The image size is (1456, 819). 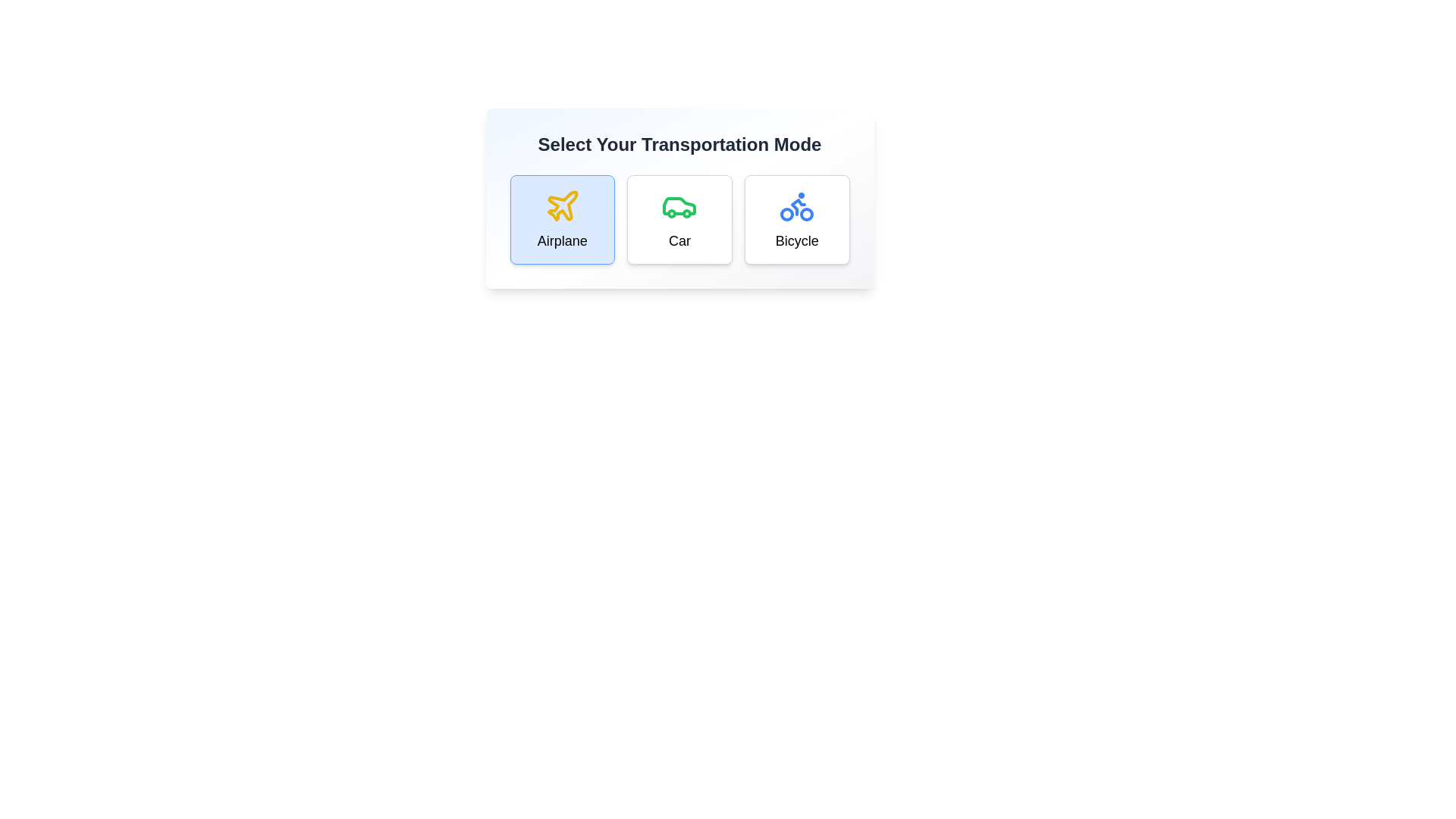 I want to click on the interactive card element labeled 'Bicycle', so click(x=796, y=219).